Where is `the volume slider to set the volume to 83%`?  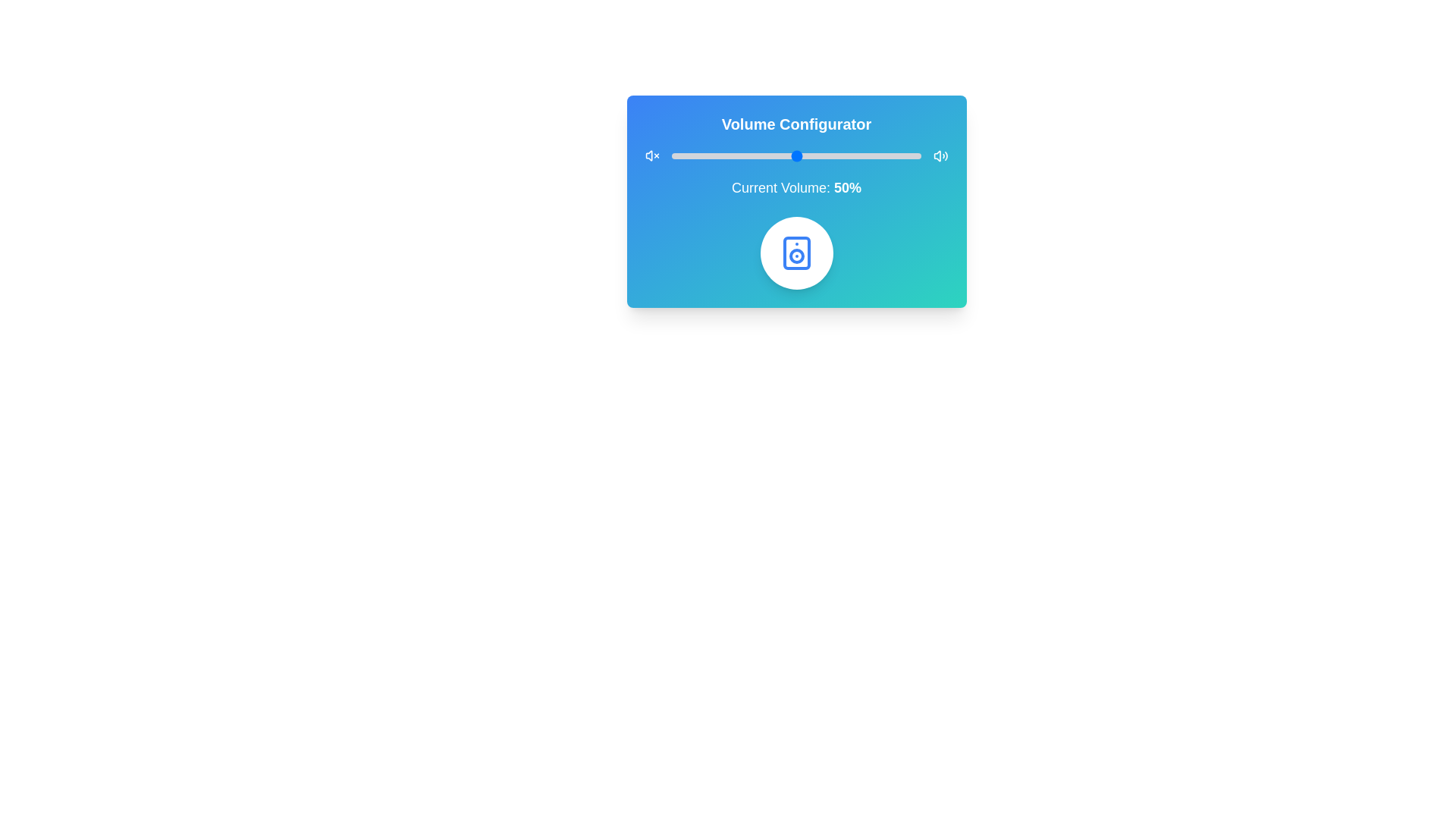
the volume slider to set the volume to 83% is located at coordinates (878, 155).